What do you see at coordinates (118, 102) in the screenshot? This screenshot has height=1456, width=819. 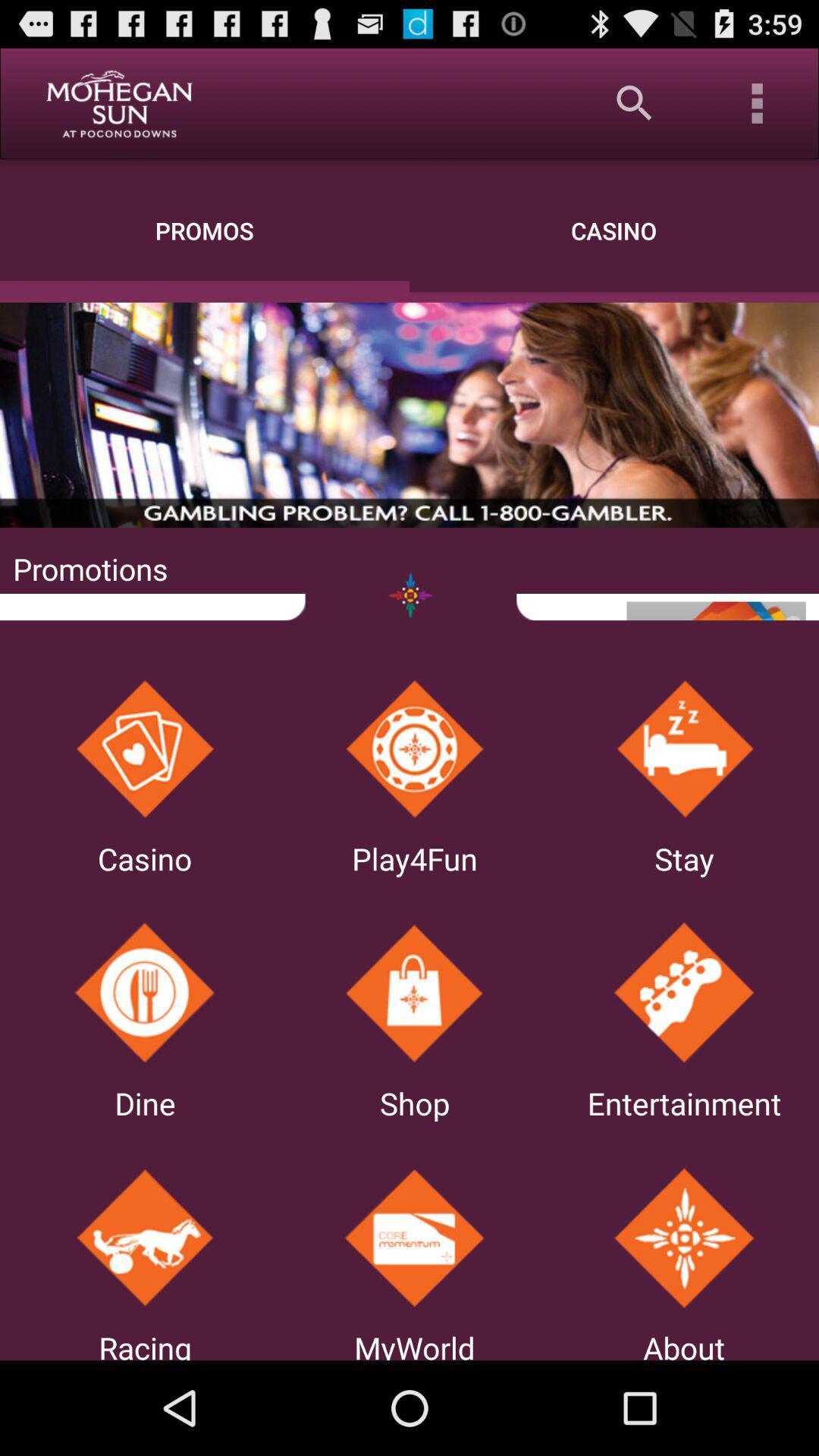 I see `the logo of the web page` at bounding box center [118, 102].